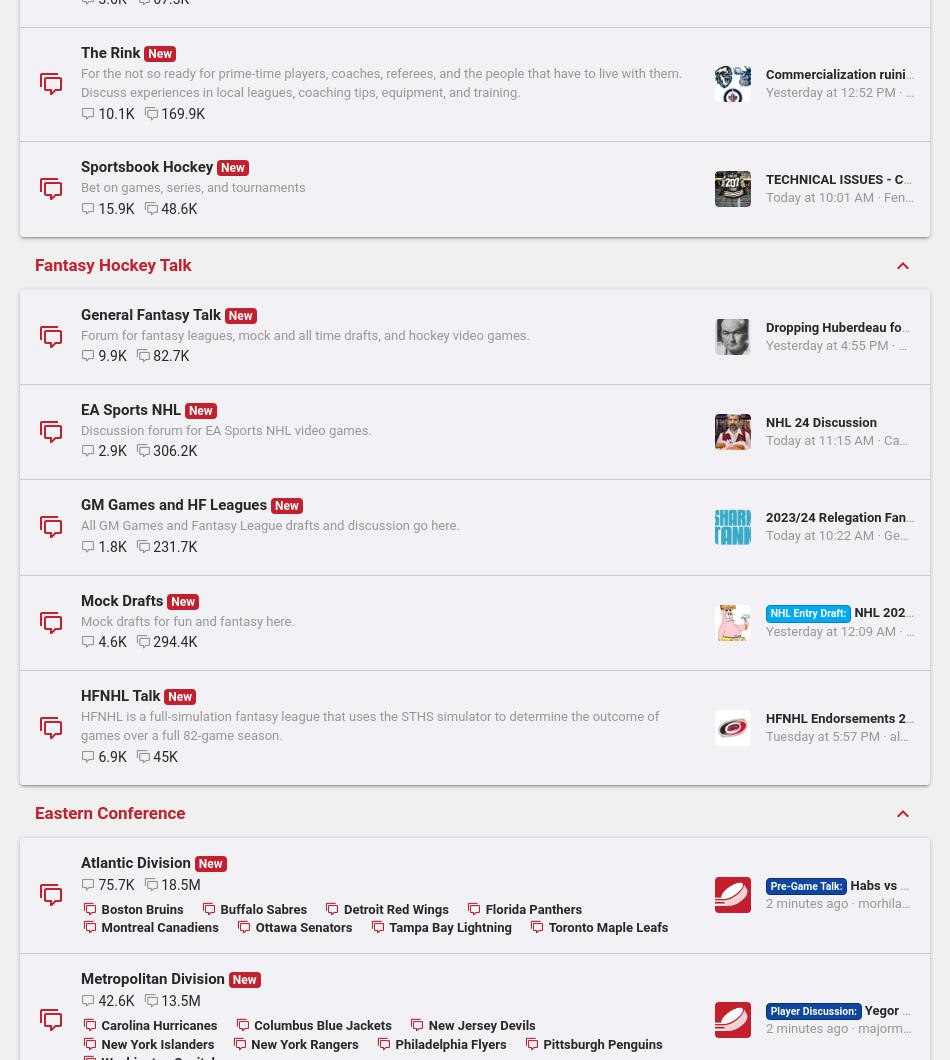 The height and width of the screenshot is (1060, 950). Describe the element at coordinates (207, 386) in the screenshot. I see `'For the not so ready for prime-time players, coaches, referees, and the people that have to live with them. Discuss experiences in local leagues, coaching tips, equipment, and training.'` at that location.